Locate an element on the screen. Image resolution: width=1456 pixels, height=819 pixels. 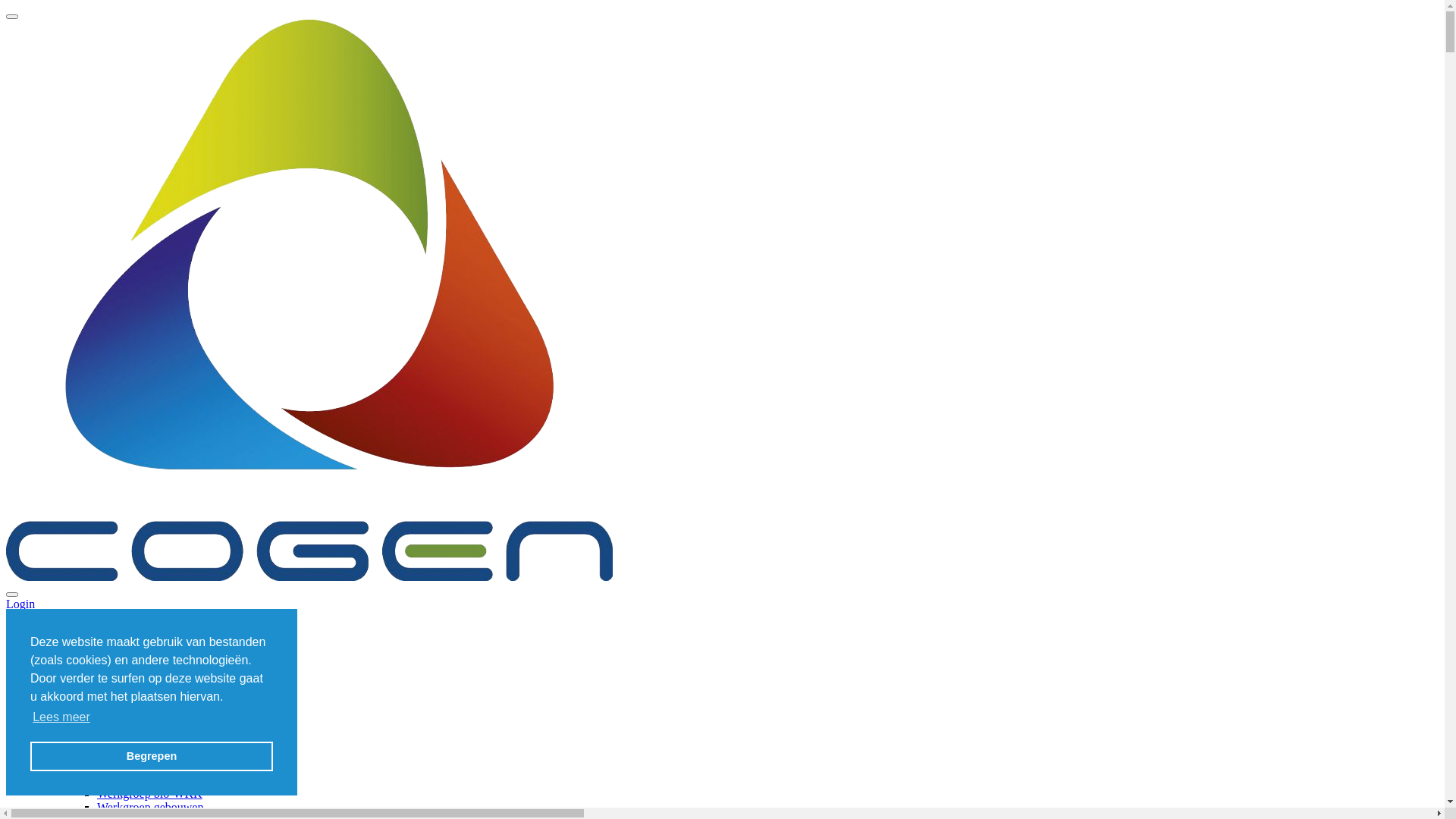
'Werkgroep gebouwen' is located at coordinates (149, 806).